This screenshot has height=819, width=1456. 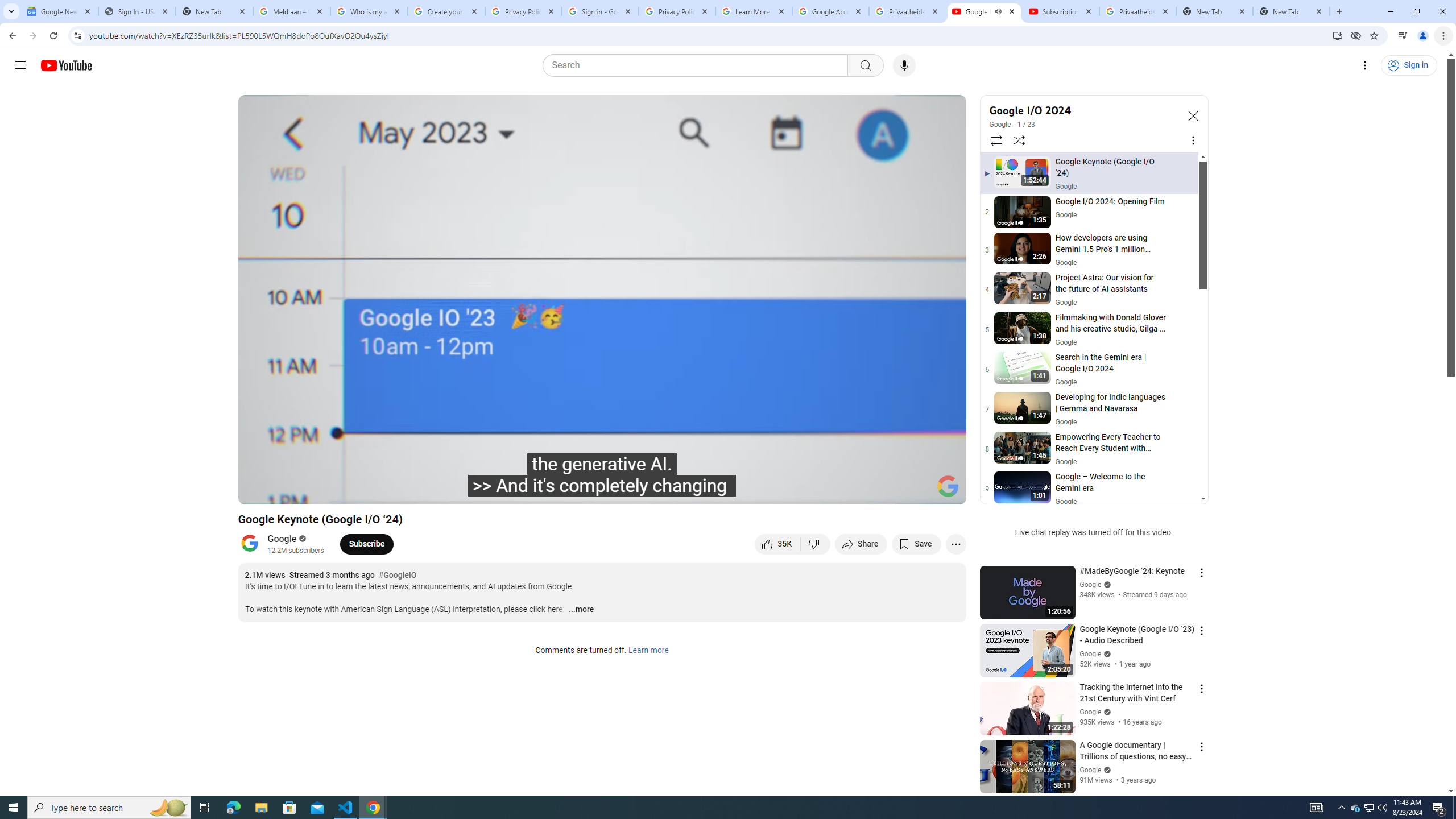 I want to click on 'Show cards', so click(x=949, y=106).